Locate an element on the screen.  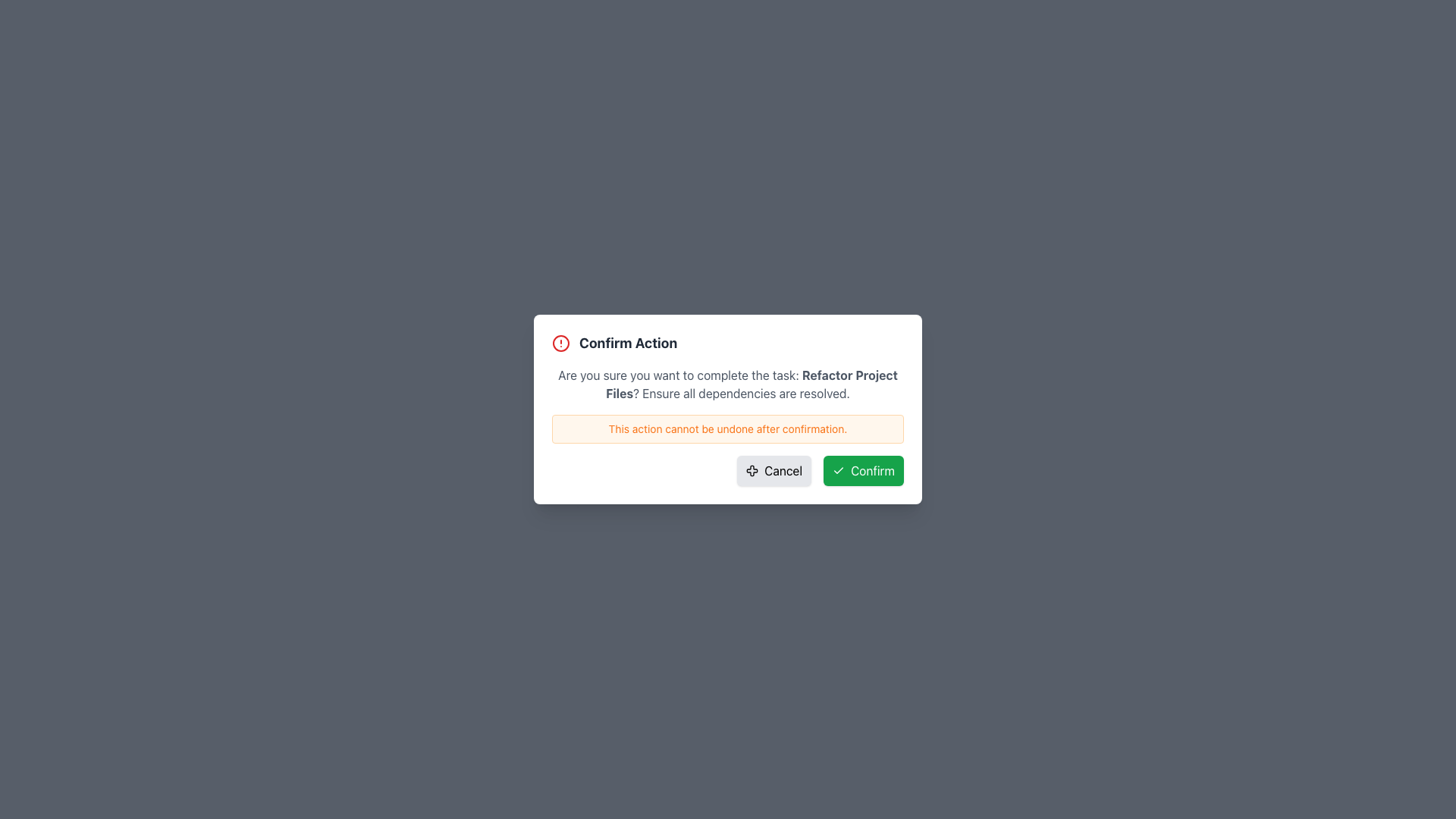
the alert/warning icon located to the left of the title 'Confirm Action' to indicate attention to the message being conveyed is located at coordinates (560, 343).